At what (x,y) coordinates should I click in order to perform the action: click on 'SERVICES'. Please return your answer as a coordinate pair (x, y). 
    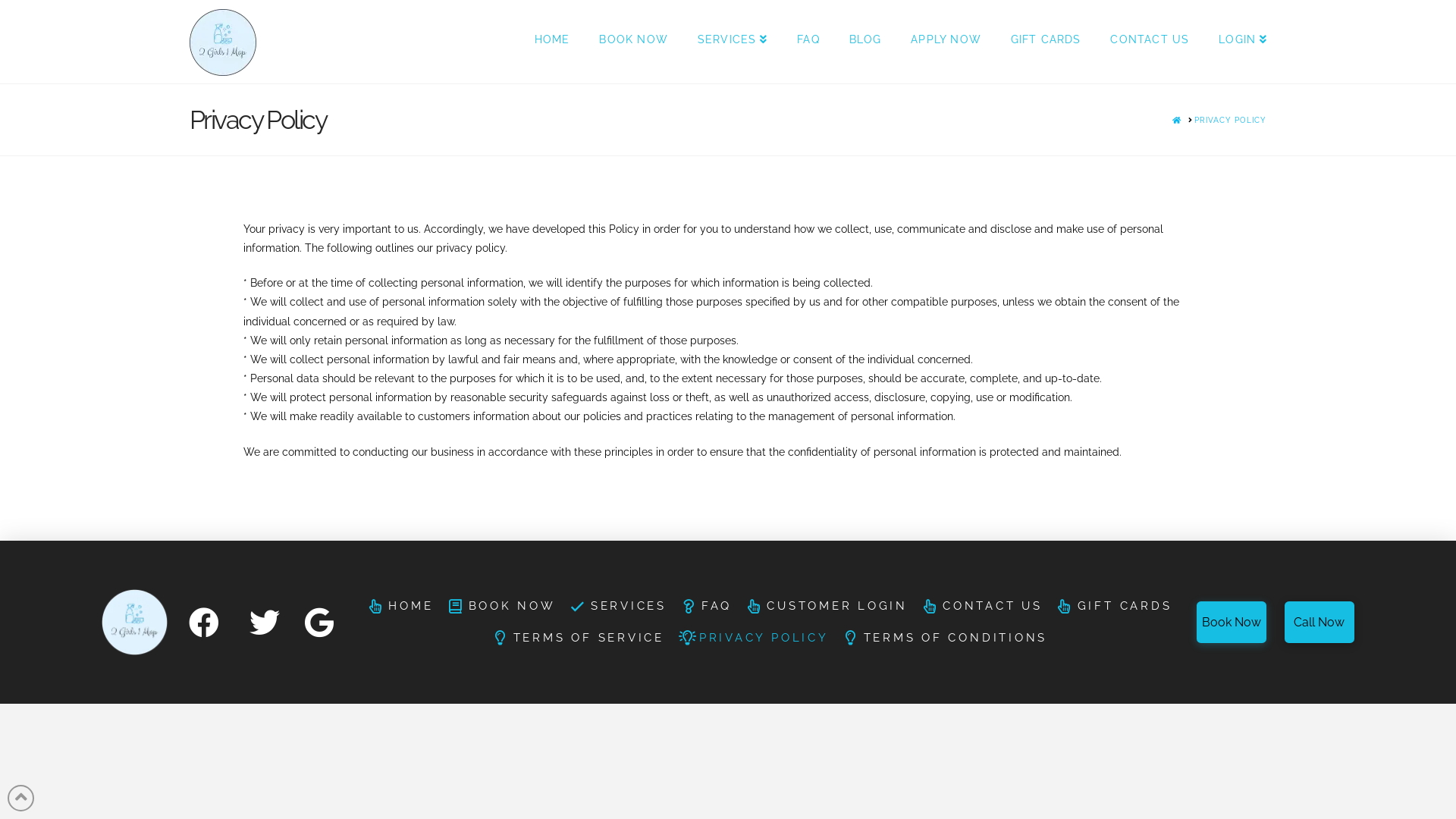
    Looking at the image, I should click on (732, 40).